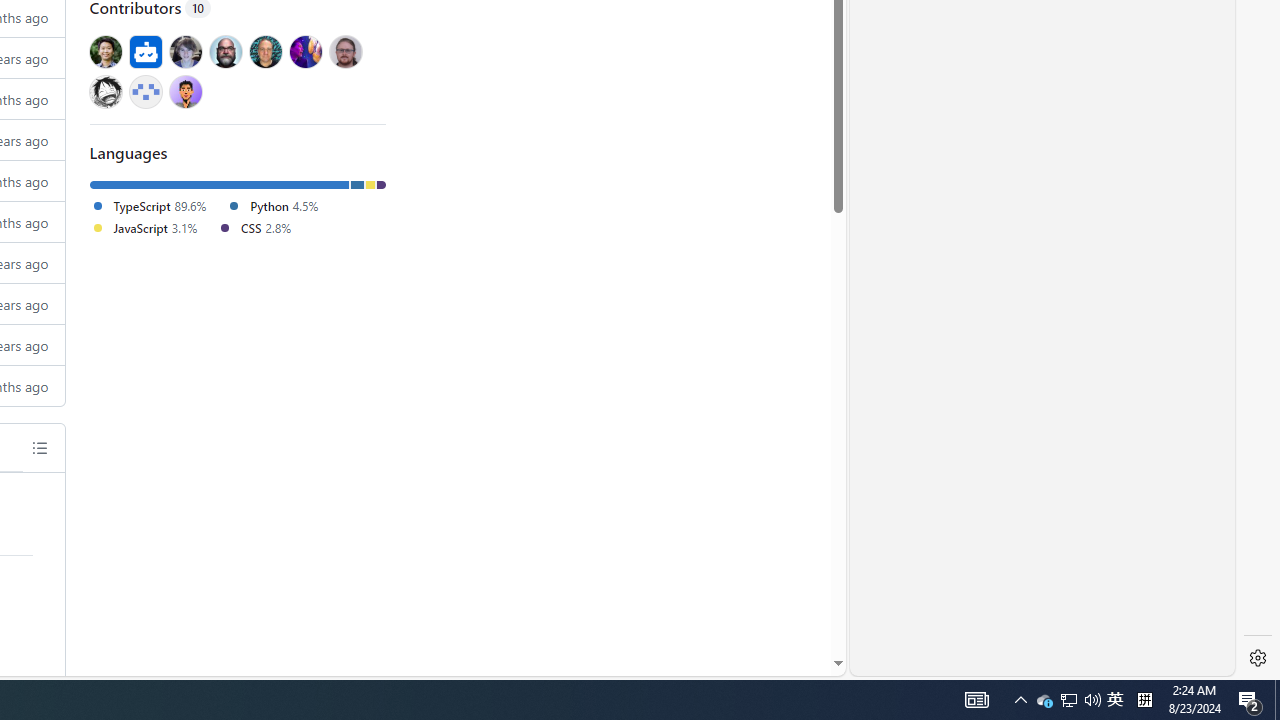 The height and width of the screenshot is (720, 1280). What do you see at coordinates (39, 446) in the screenshot?
I see `'Outline'` at bounding box center [39, 446].